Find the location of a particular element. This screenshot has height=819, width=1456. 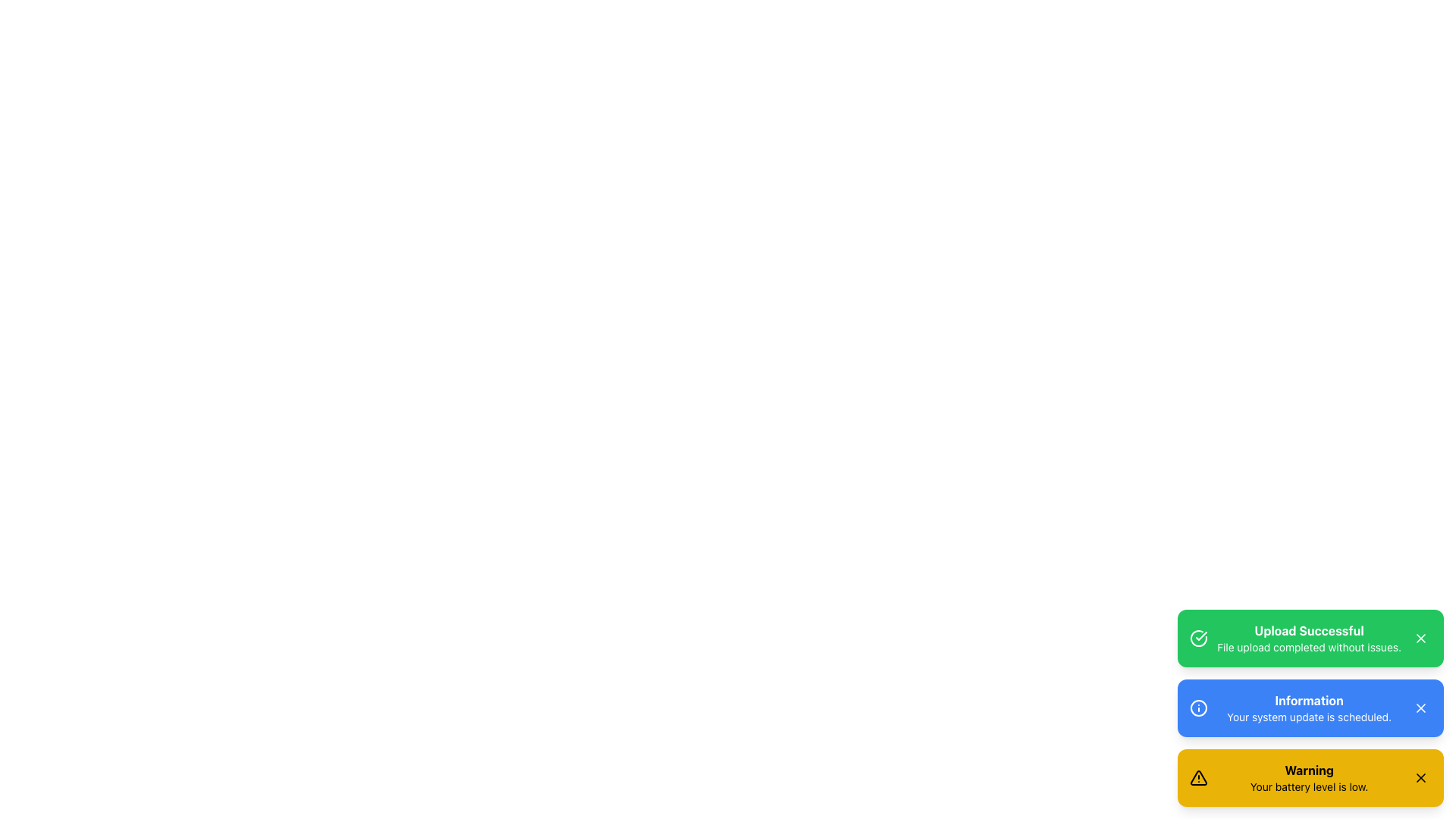

the close button located at the top-right corner of the 'Upload Successful' notification card is located at coordinates (1420, 638).